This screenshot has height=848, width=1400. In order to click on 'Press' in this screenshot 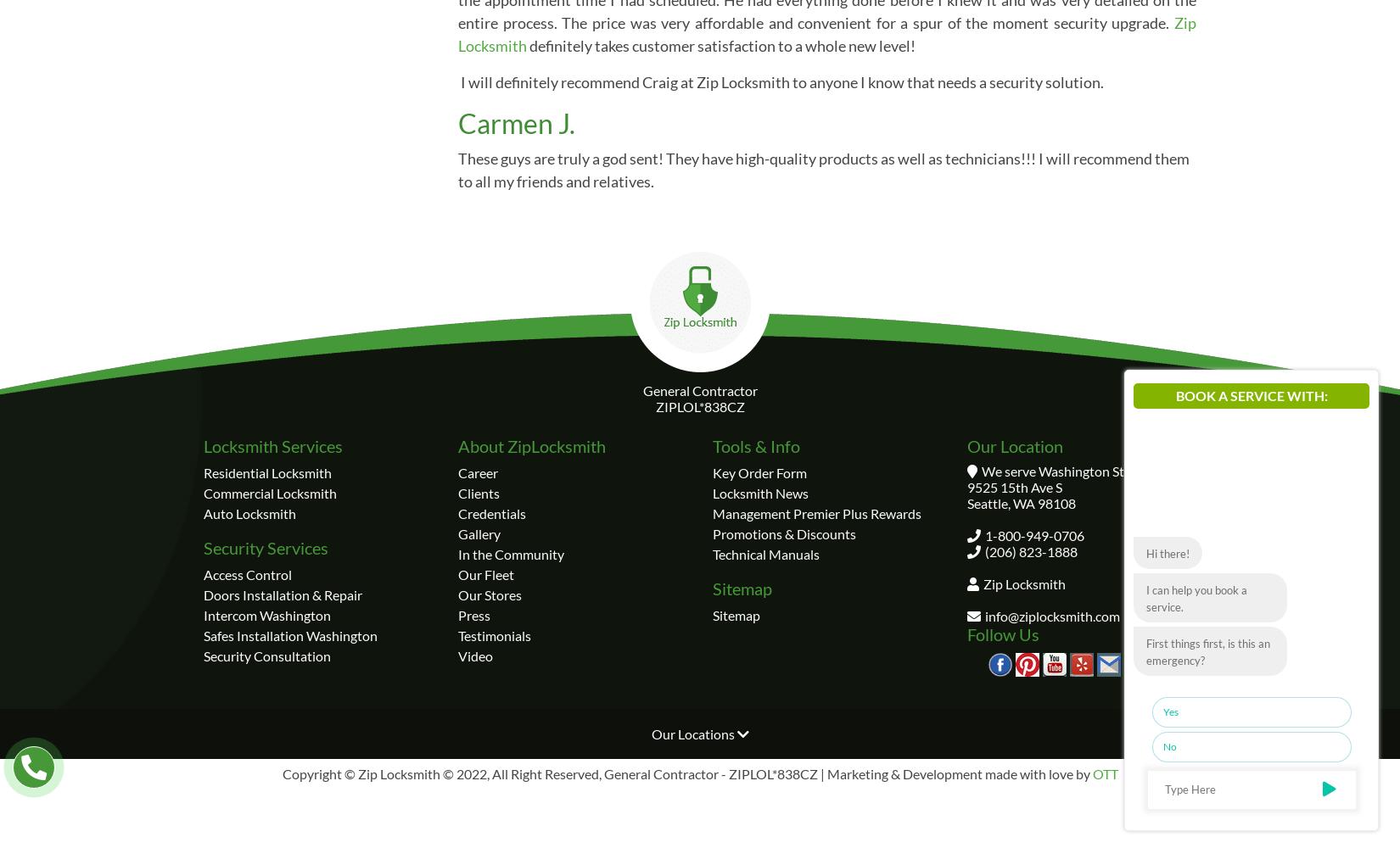, I will do `click(473, 613)`.